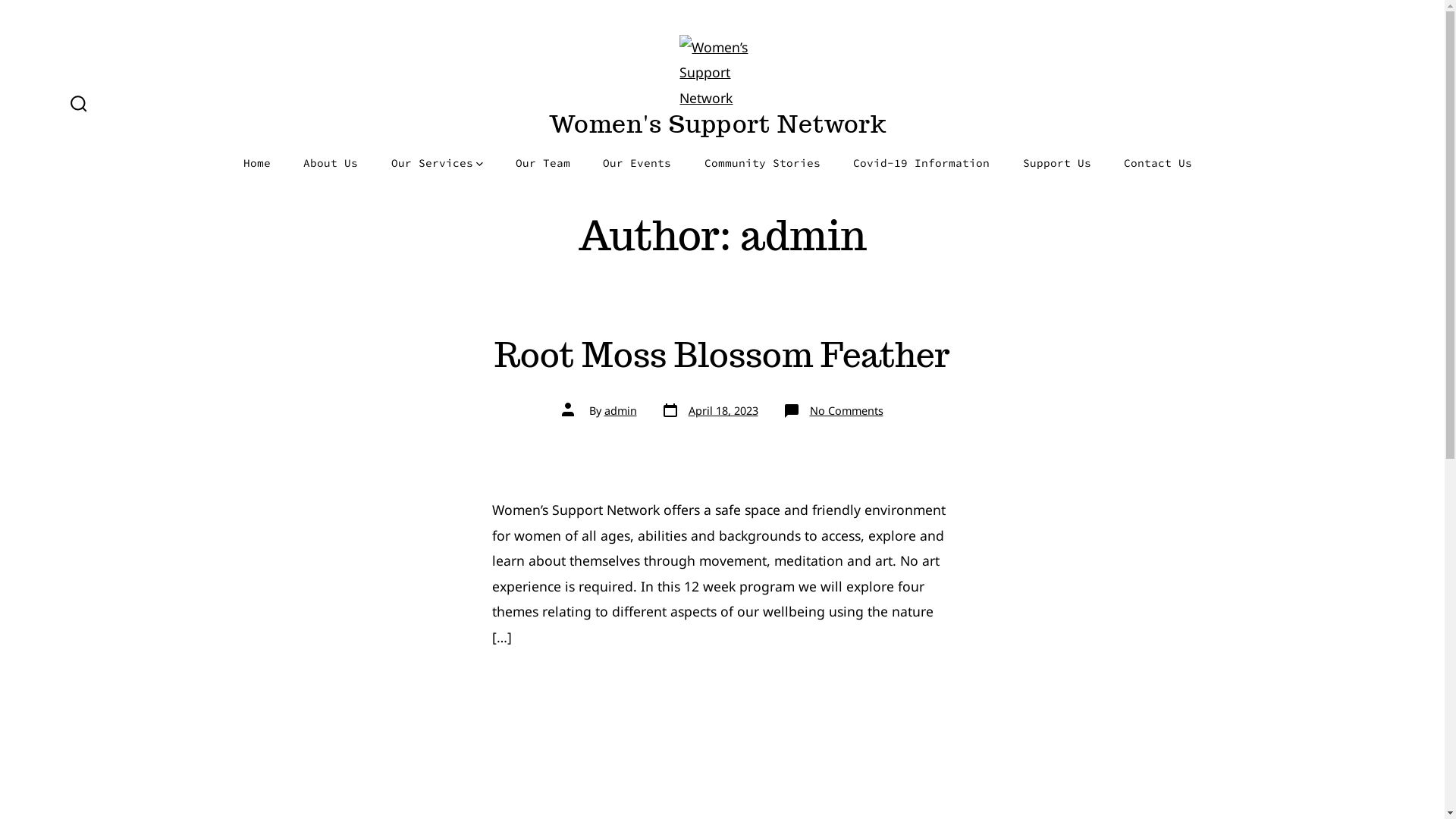 Image resolution: width=1456 pixels, height=819 pixels. What do you see at coordinates (709, 411) in the screenshot?
I see `'Post date` at bounding box center [709, 411].